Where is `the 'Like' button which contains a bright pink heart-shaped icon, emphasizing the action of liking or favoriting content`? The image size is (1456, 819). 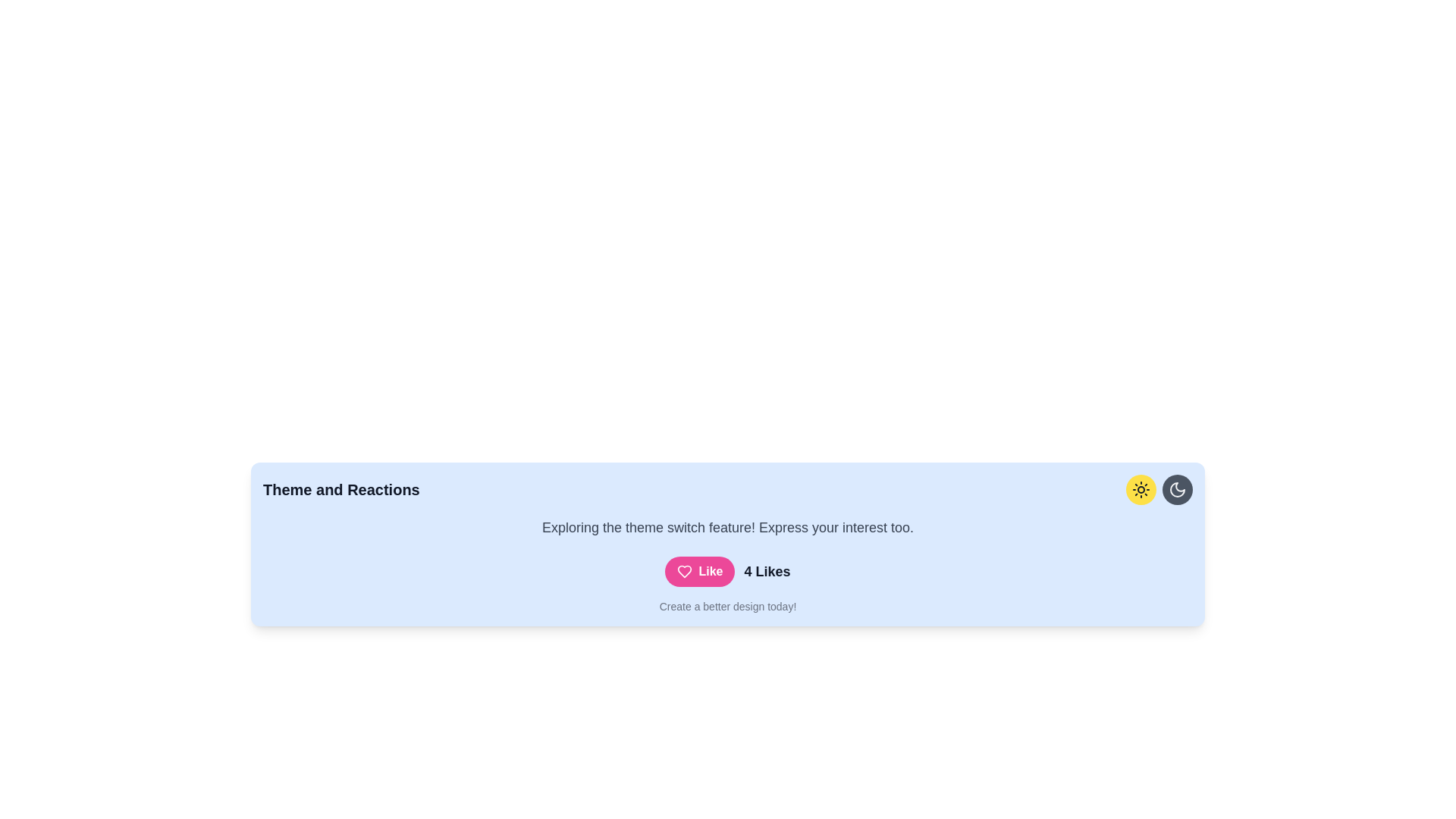 the 'Like' button which contains a bright pink heart-shaped icon, emphasizing the action of liking or favoriting content is located at coordinates (684, 571).